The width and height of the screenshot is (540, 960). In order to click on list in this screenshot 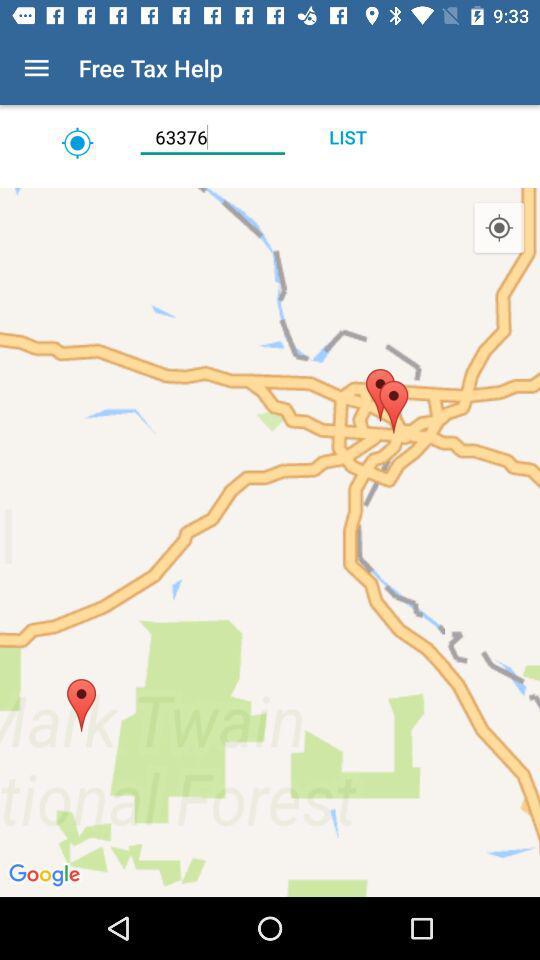, I will do `click(346, 136)`.